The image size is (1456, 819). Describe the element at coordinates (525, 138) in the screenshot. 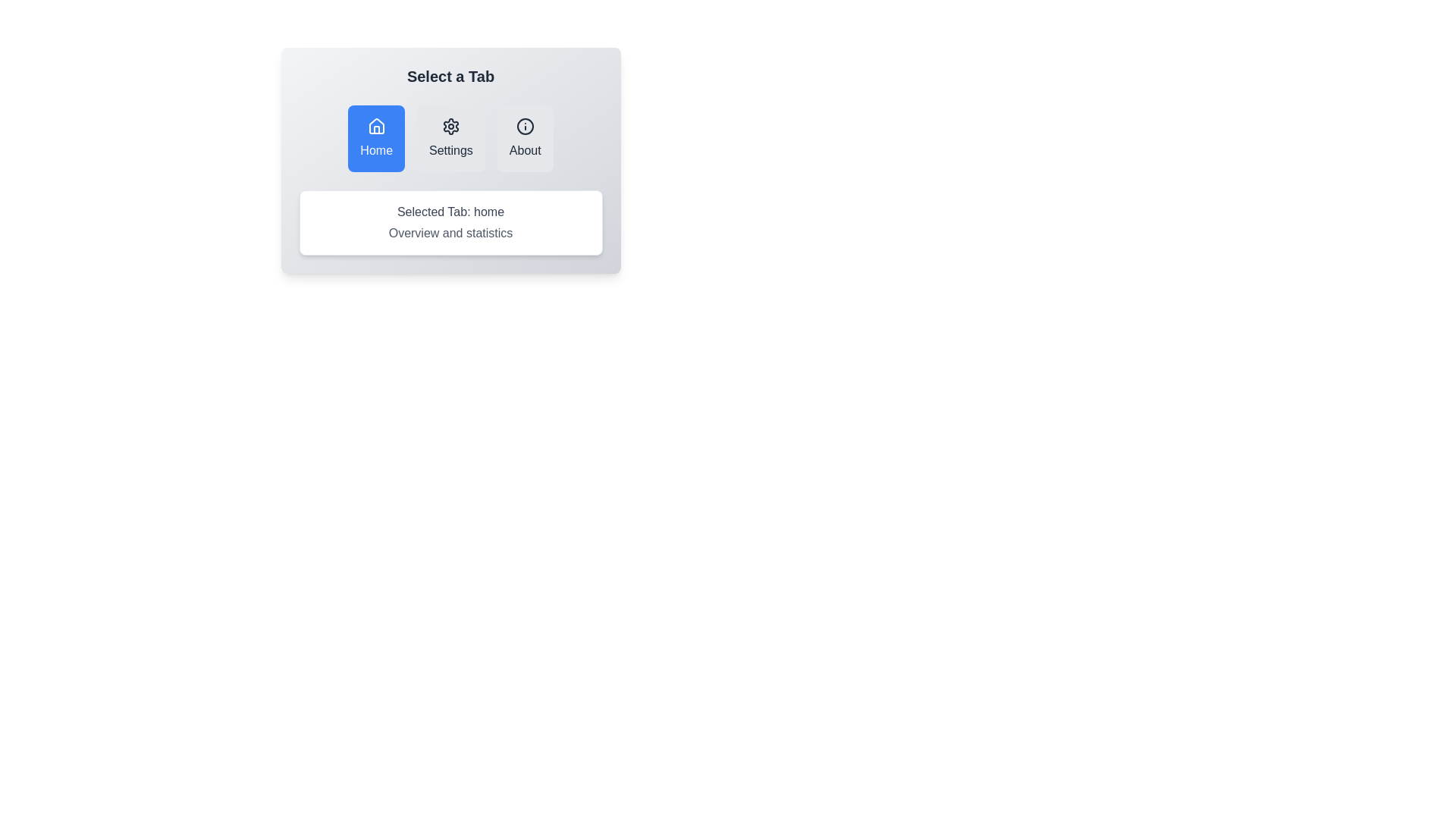

I see `the tab labeled About to observe its hover effect` at that location.